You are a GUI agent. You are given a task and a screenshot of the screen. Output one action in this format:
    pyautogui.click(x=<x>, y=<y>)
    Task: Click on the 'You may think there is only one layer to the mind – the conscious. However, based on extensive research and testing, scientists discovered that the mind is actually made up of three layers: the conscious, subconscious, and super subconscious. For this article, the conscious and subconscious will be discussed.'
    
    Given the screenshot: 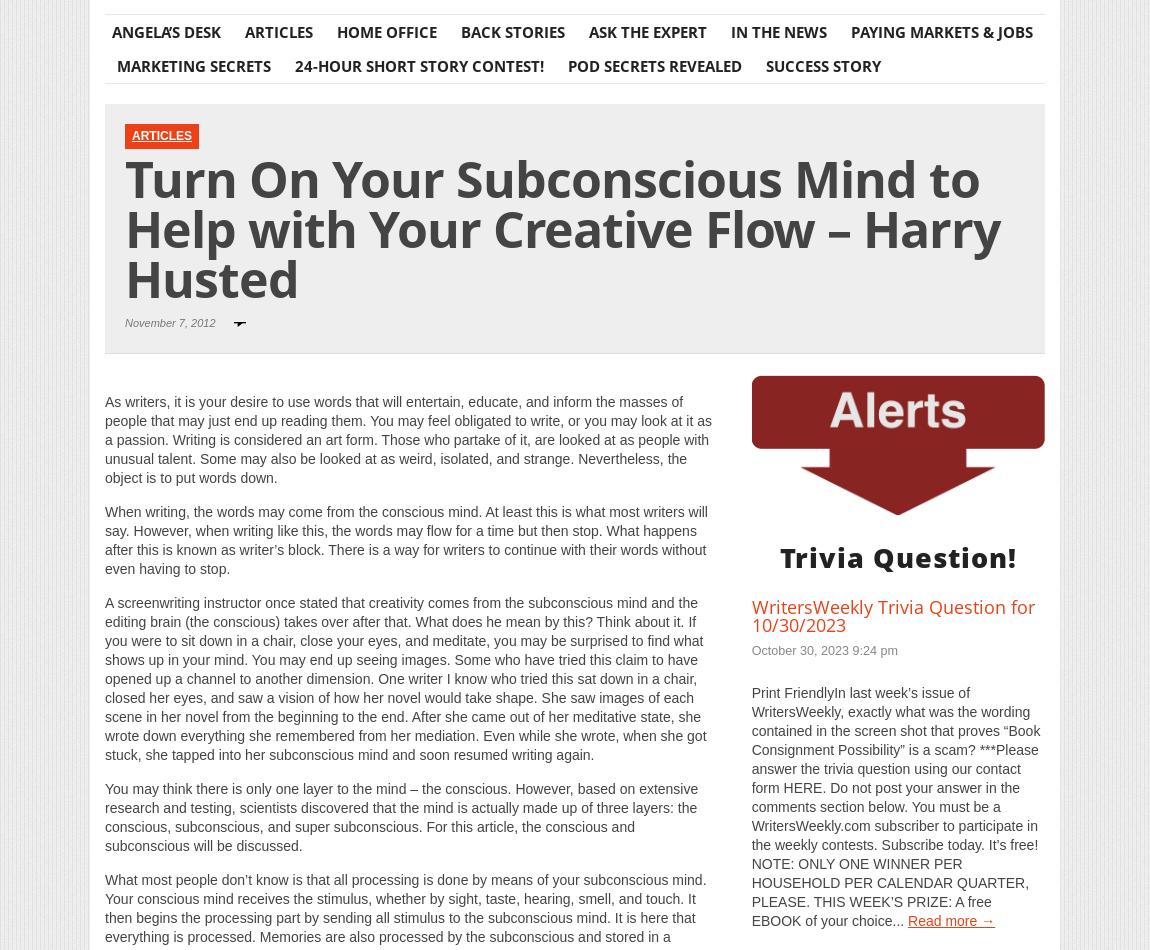 What is the action you would take?
    pyautogui.click(x=103, y=815)
    